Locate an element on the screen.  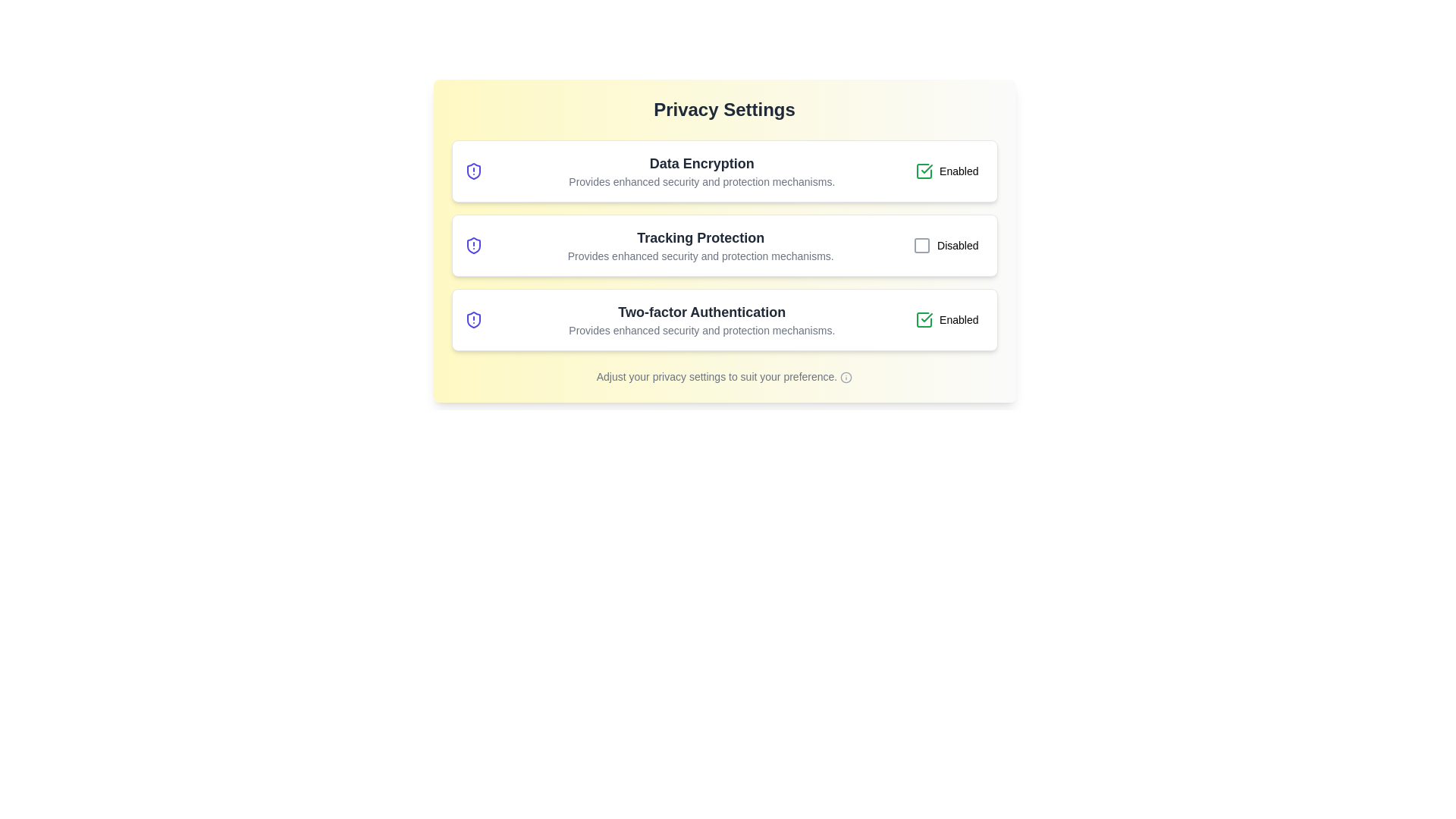
the icon representing 'Data Encryption', located at the top-left corner of the corresponding list item with the title 'Data Encryption' is located at coordinates (472, 171).